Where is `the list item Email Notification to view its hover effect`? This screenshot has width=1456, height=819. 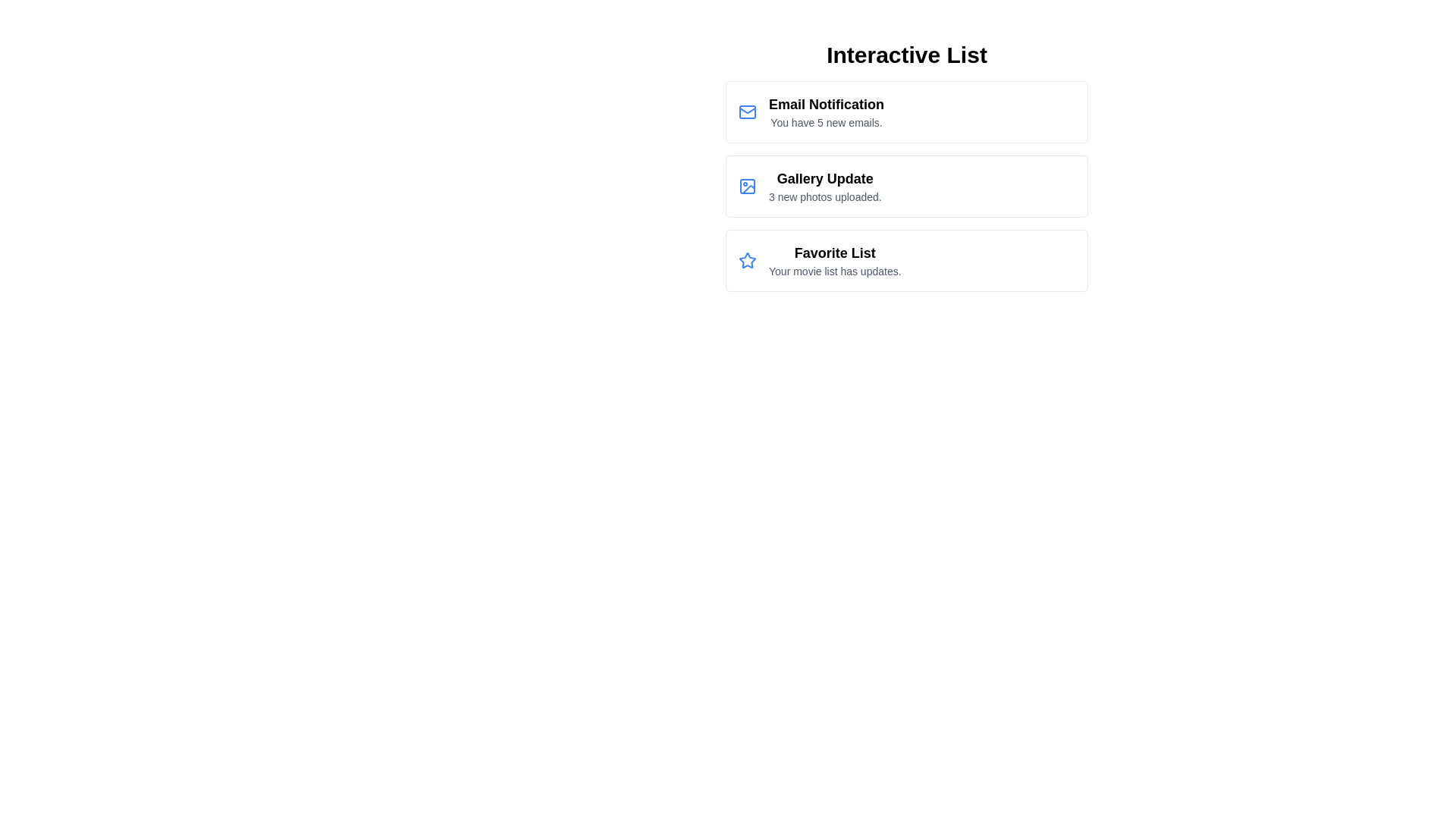
the list item Email Notification to view its hover effect is located at coordinates (906, 111).